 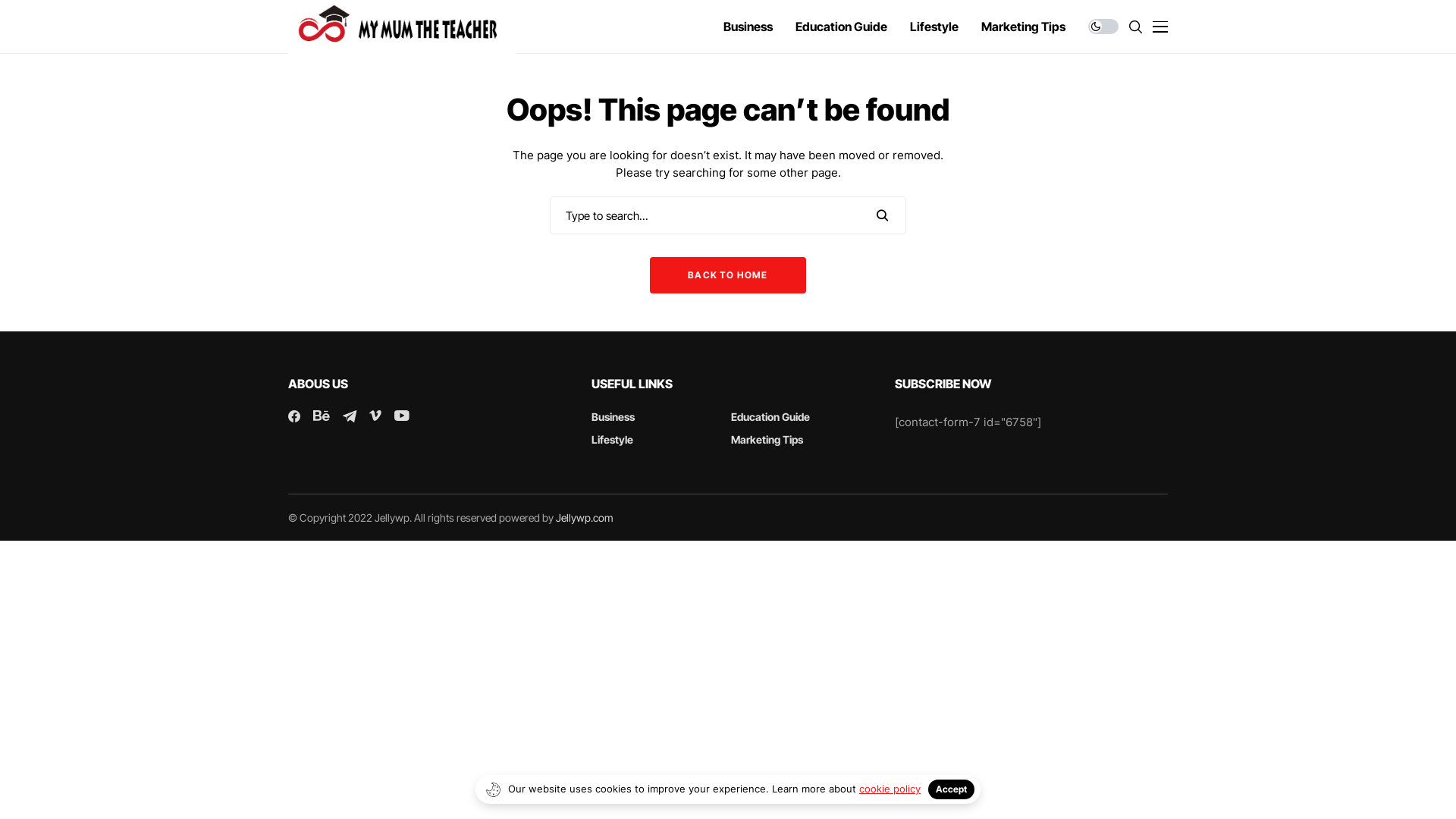 What do you see at coordinates (555, 516) in the screenshot?
I see `'Jellywp.com'` at bounding box center [555, 516].